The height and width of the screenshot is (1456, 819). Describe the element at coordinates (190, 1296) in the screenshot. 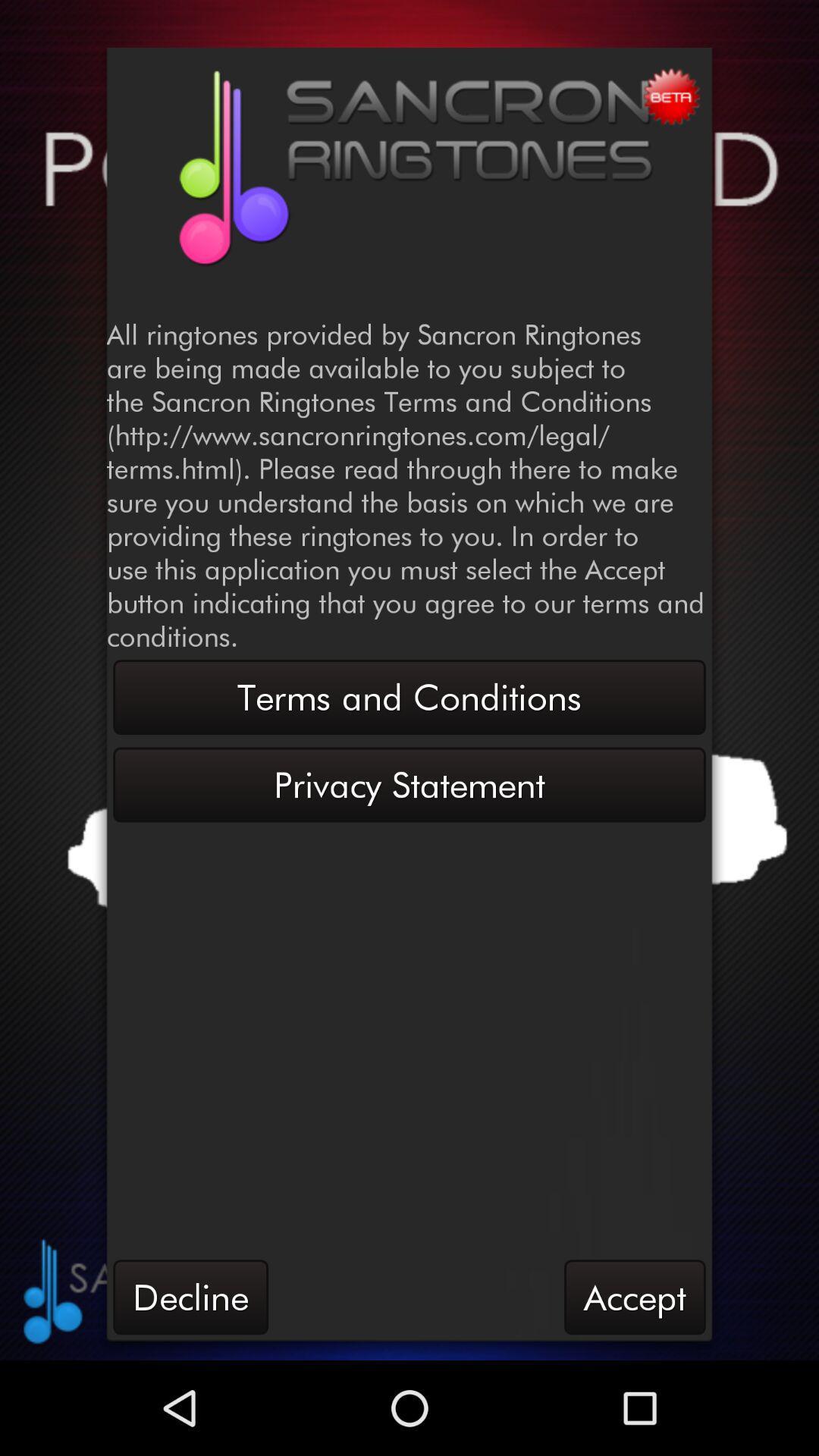

I see `the decline` at that location.